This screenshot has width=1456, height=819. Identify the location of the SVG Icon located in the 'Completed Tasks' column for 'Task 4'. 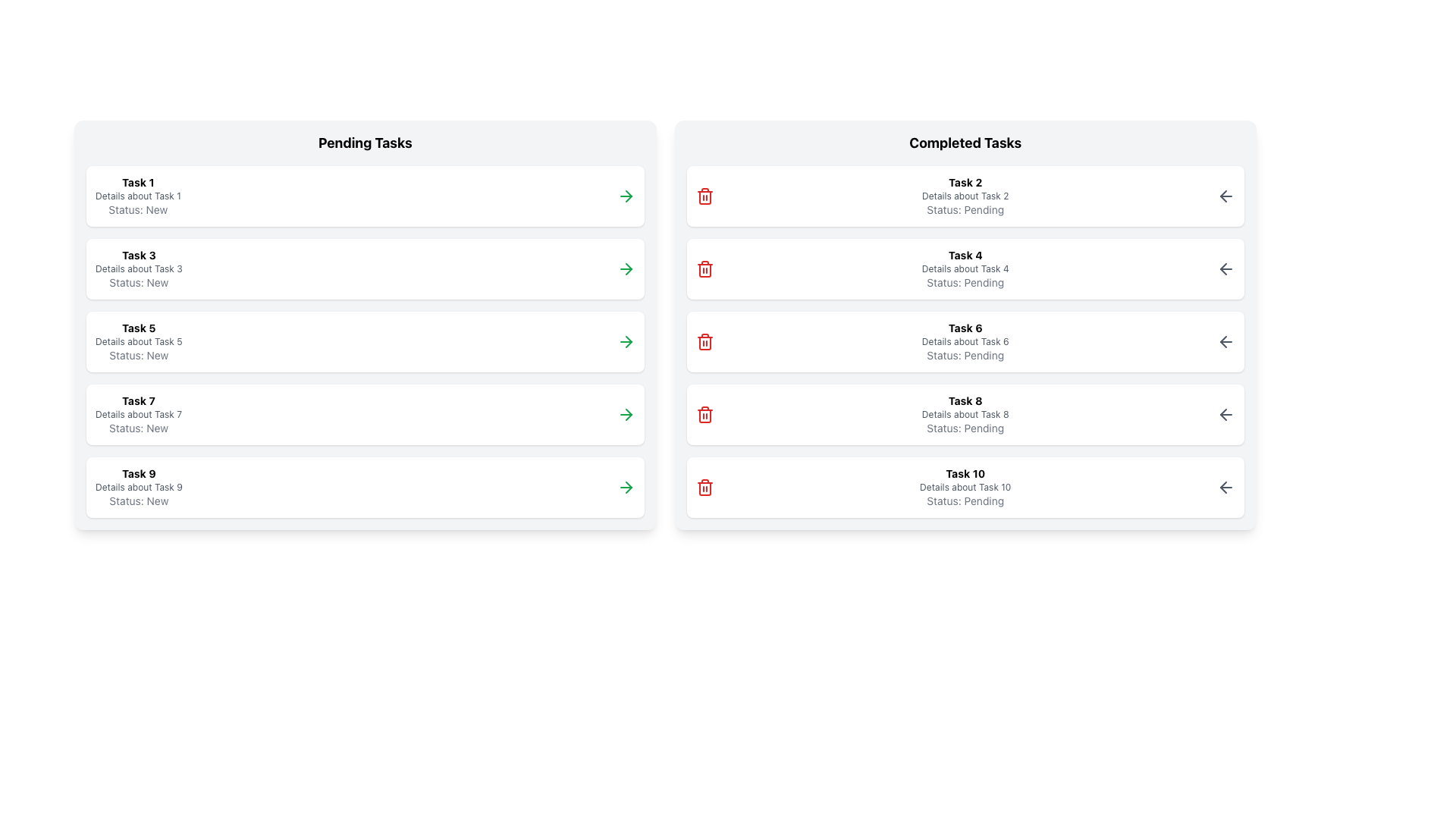
(1223, 268).